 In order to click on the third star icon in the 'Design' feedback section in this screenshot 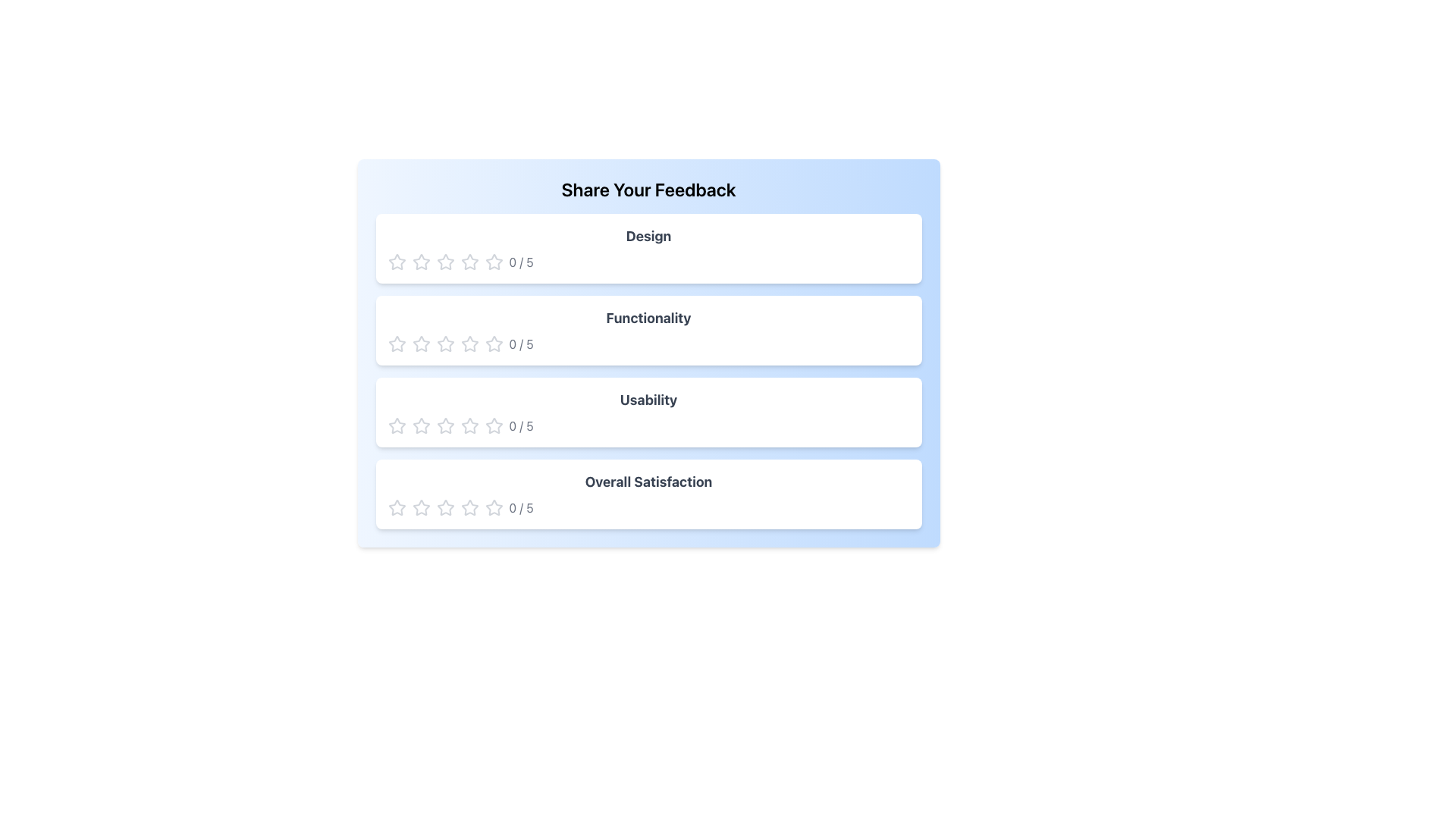, I will do `click(444, 262)`.